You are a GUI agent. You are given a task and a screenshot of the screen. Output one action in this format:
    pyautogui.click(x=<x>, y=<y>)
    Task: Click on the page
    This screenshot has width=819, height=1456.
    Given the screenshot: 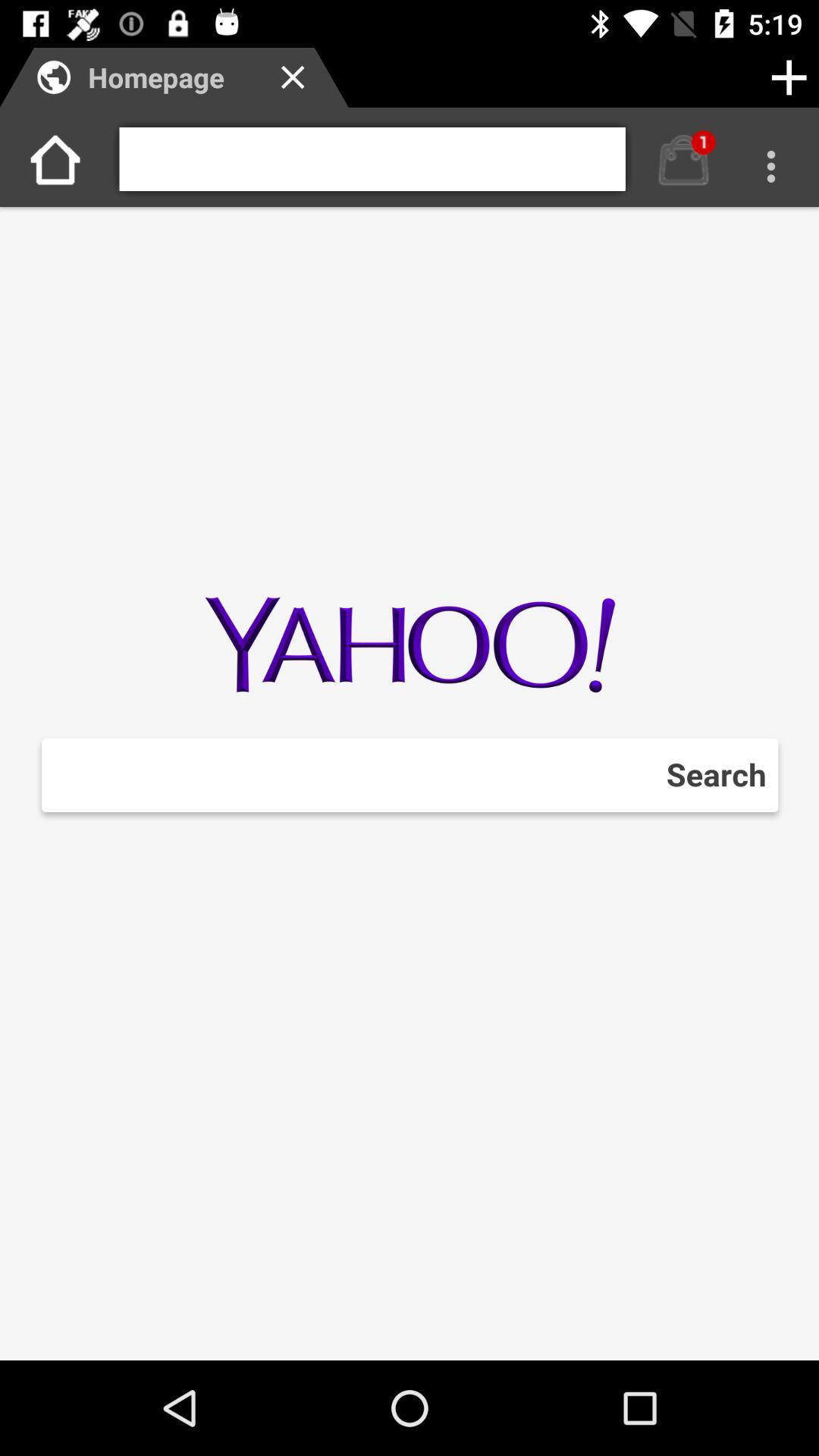 What is the action you would take?
    pyautogui.click(x=788, y=77)
    